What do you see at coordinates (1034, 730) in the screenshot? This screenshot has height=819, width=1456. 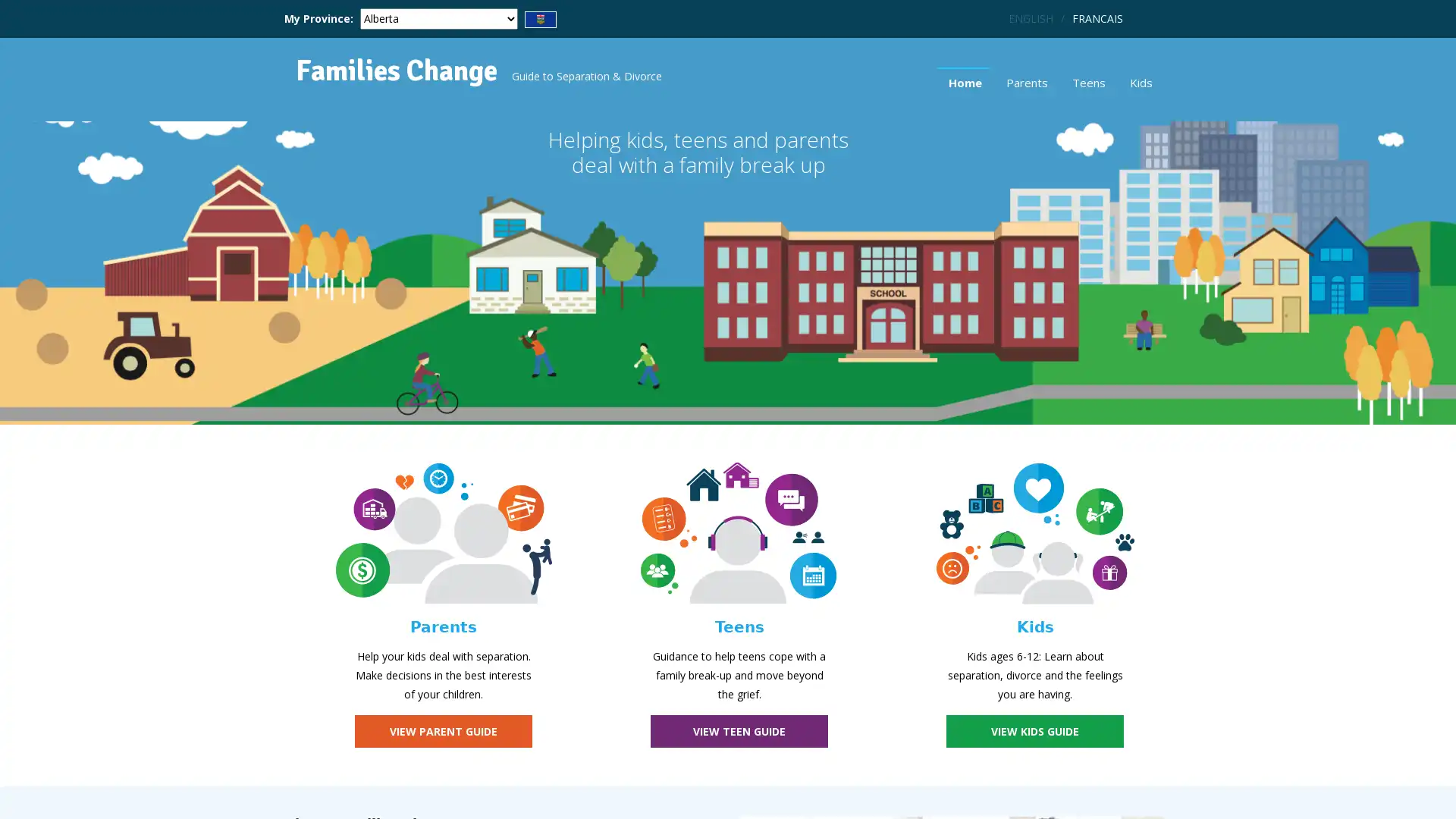 I see `VIEW KIDS GUIDE` at bounding box center [1034, 730].